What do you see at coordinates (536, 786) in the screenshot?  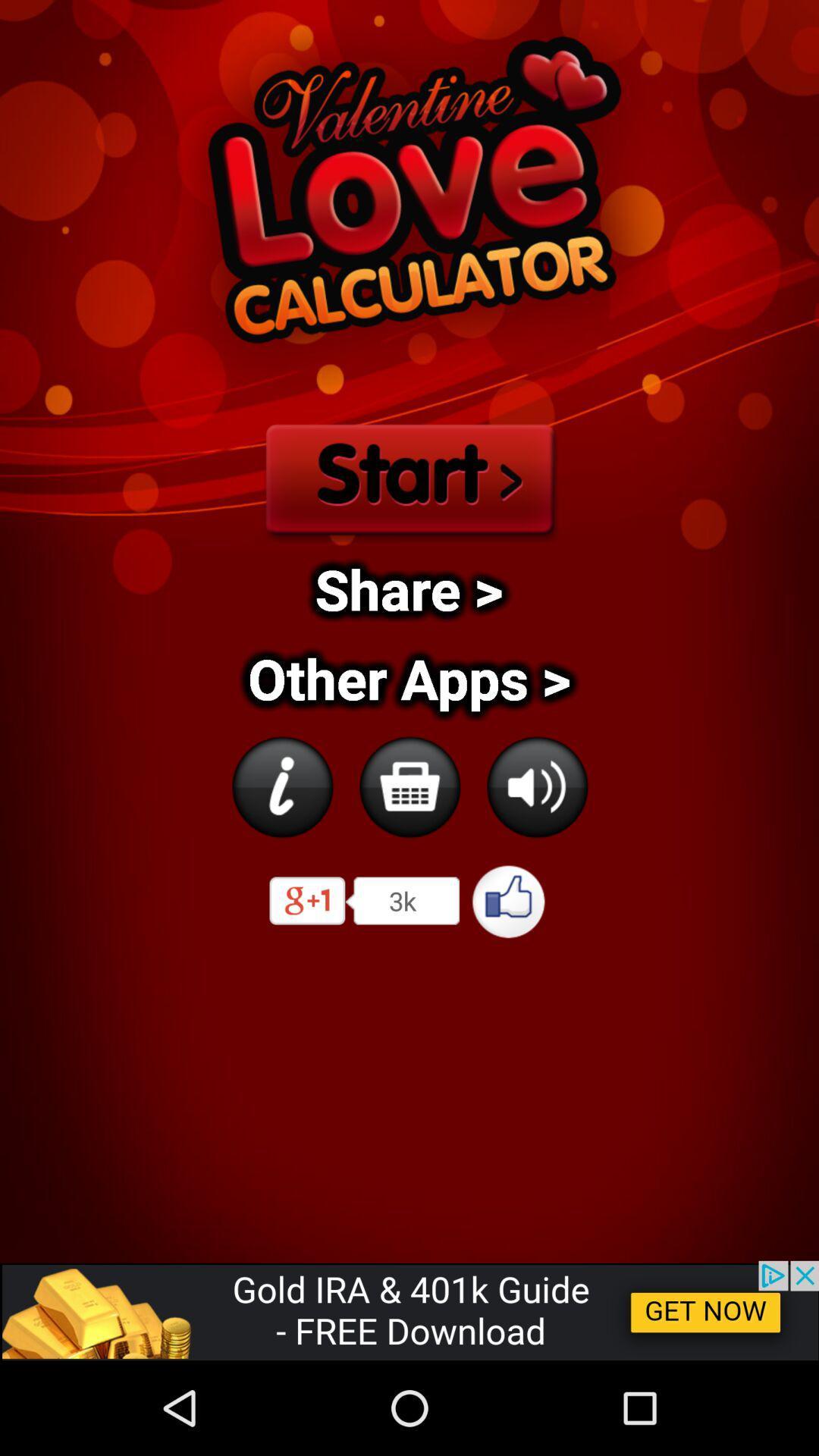 I see `mute` at bounding box center [536, 786].